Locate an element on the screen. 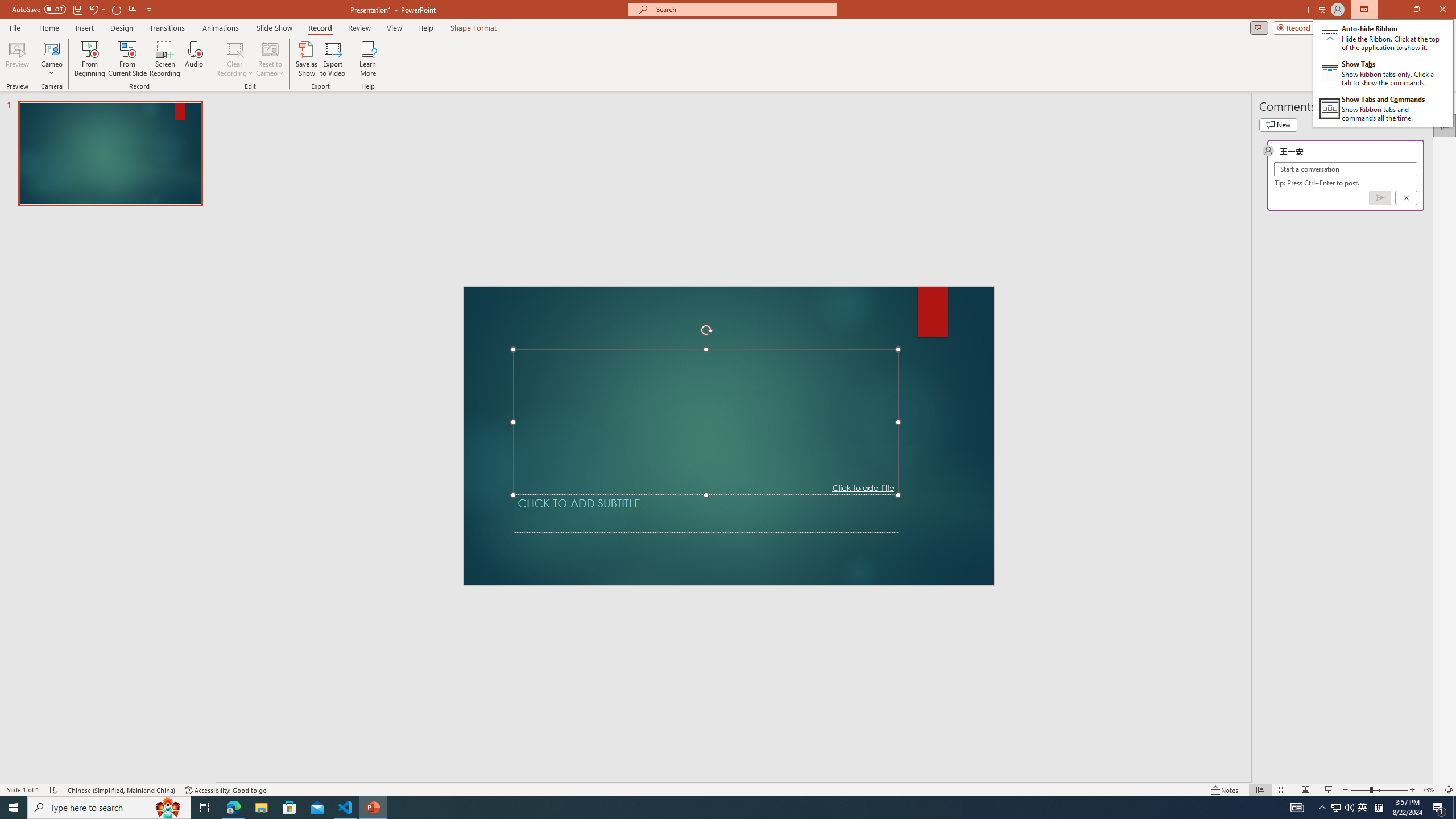 This screenshot has height=819, width=1456. 'From Beginning...' is located at coordinates (89, 59).